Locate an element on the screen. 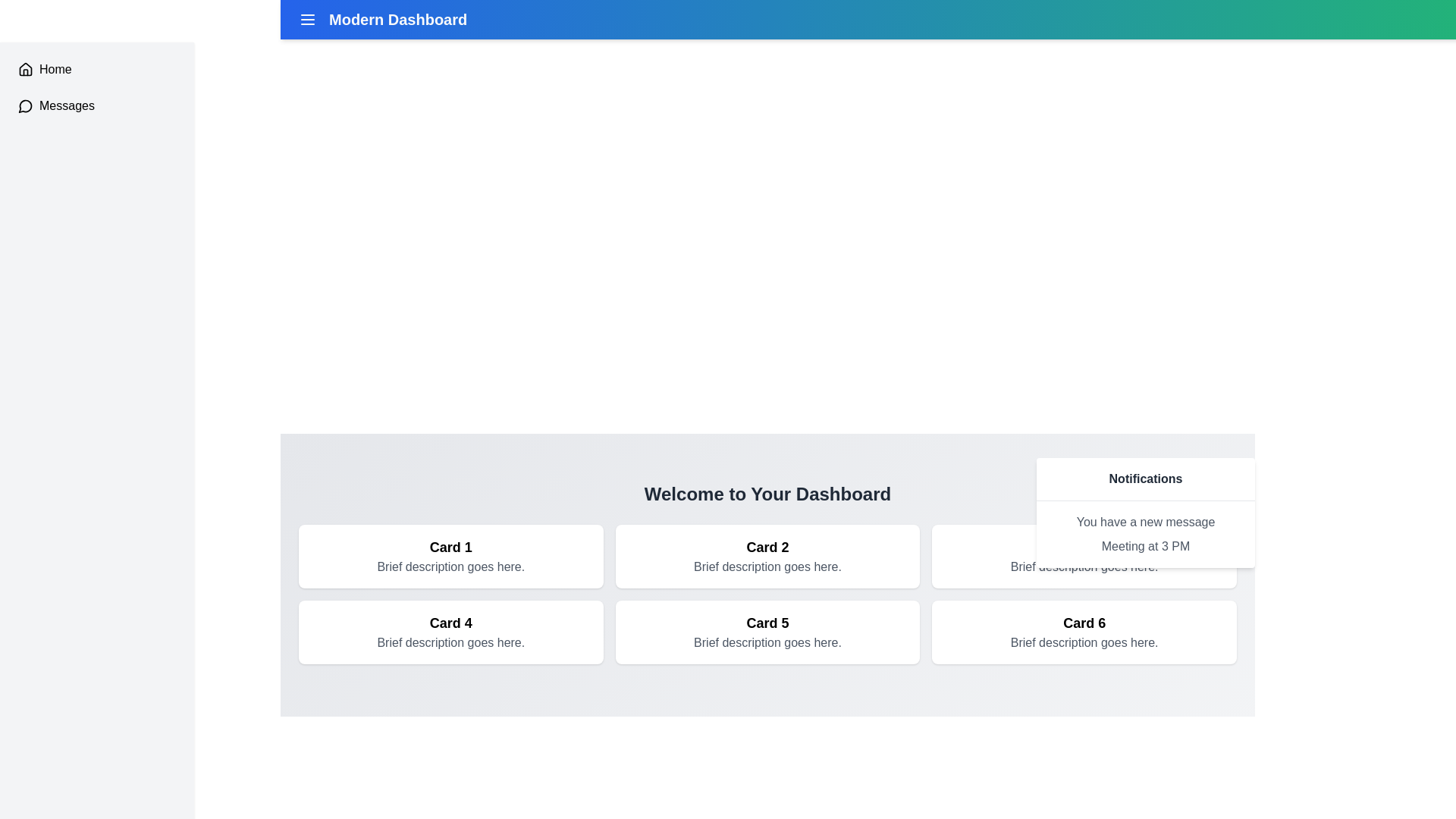  the notification box with a white background and gray text, which contains the title 'Notifications' and is located on the right side of the dashboard, above the cards is located at coordinates (1146, 512).